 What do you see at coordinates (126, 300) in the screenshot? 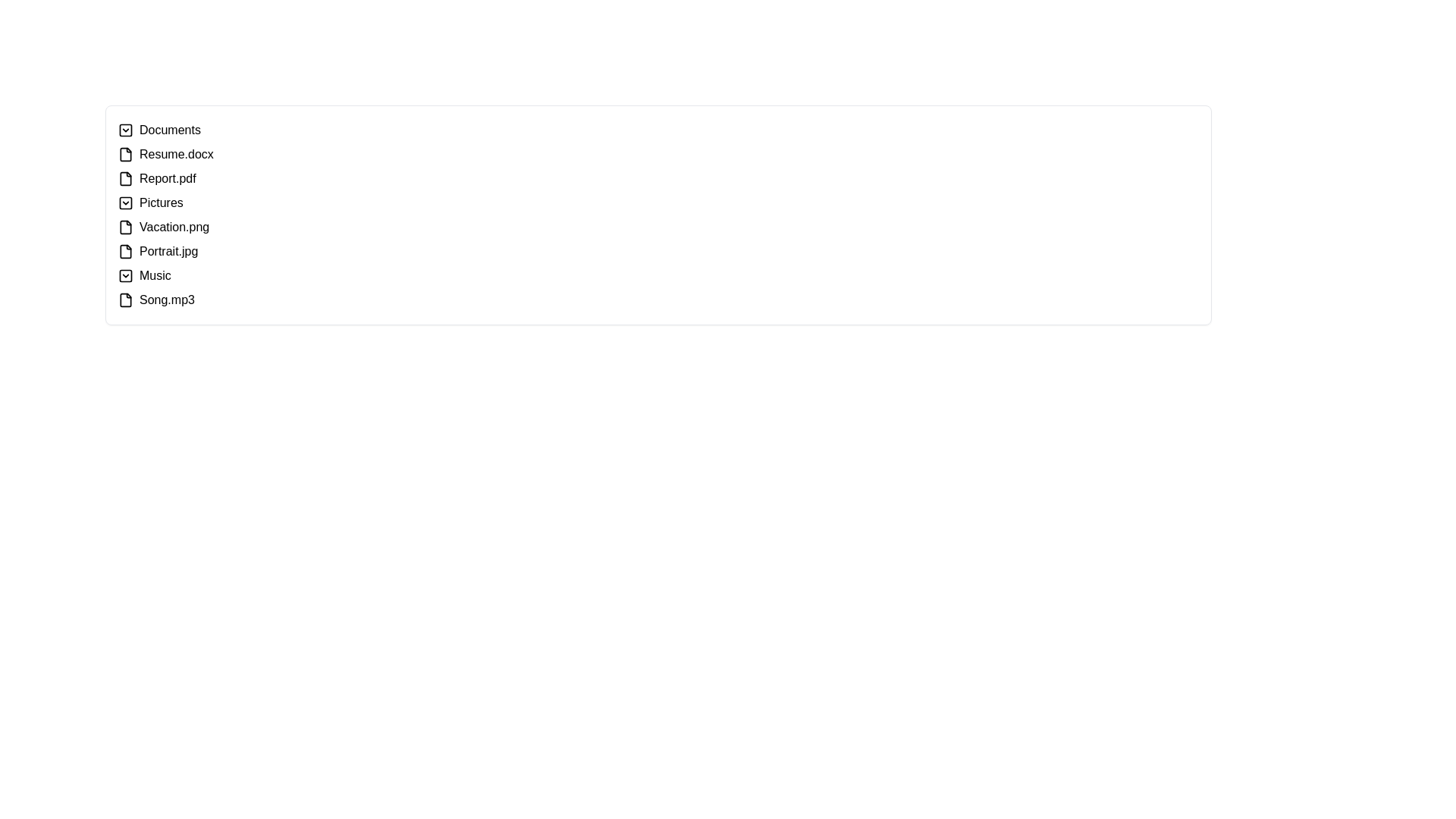
I see `the audio file icon located to the left of 'Song.mp3' in the 'Music' folder section of the file list` at bounding box center [126, 300].